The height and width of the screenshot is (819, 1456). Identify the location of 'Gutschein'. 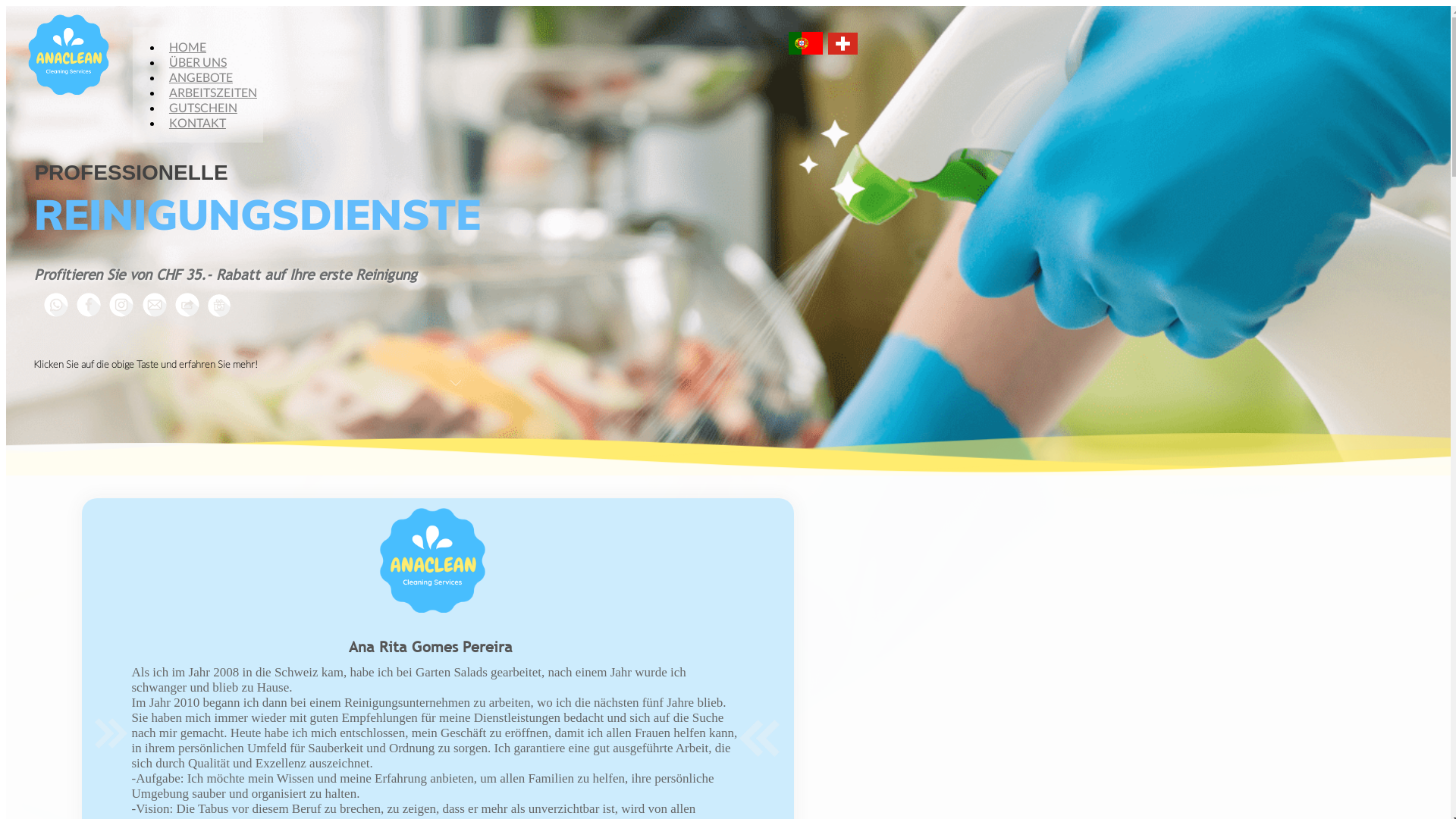
(218, 305).